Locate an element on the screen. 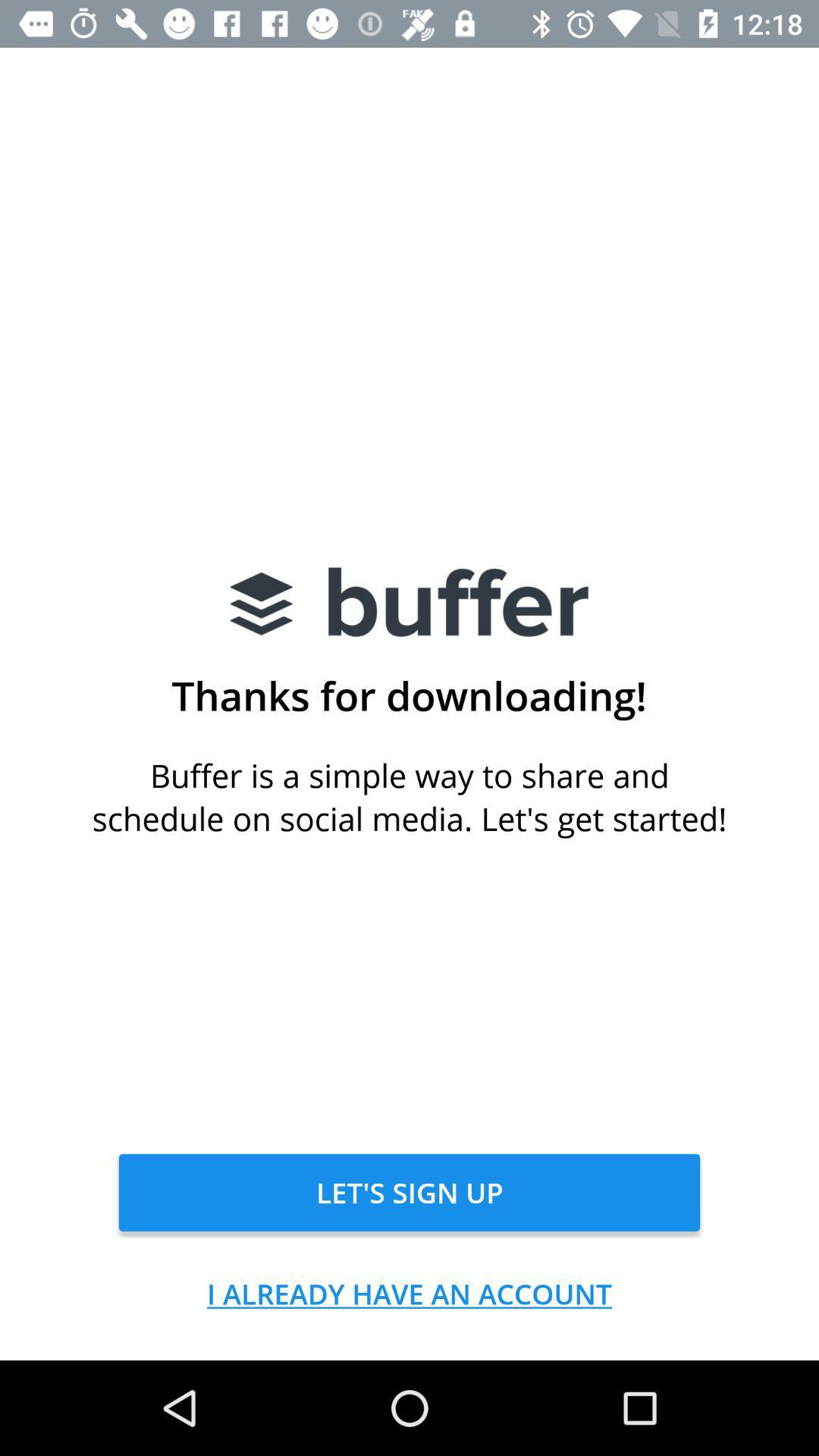  i already have is located at coordinates (409, 1293).